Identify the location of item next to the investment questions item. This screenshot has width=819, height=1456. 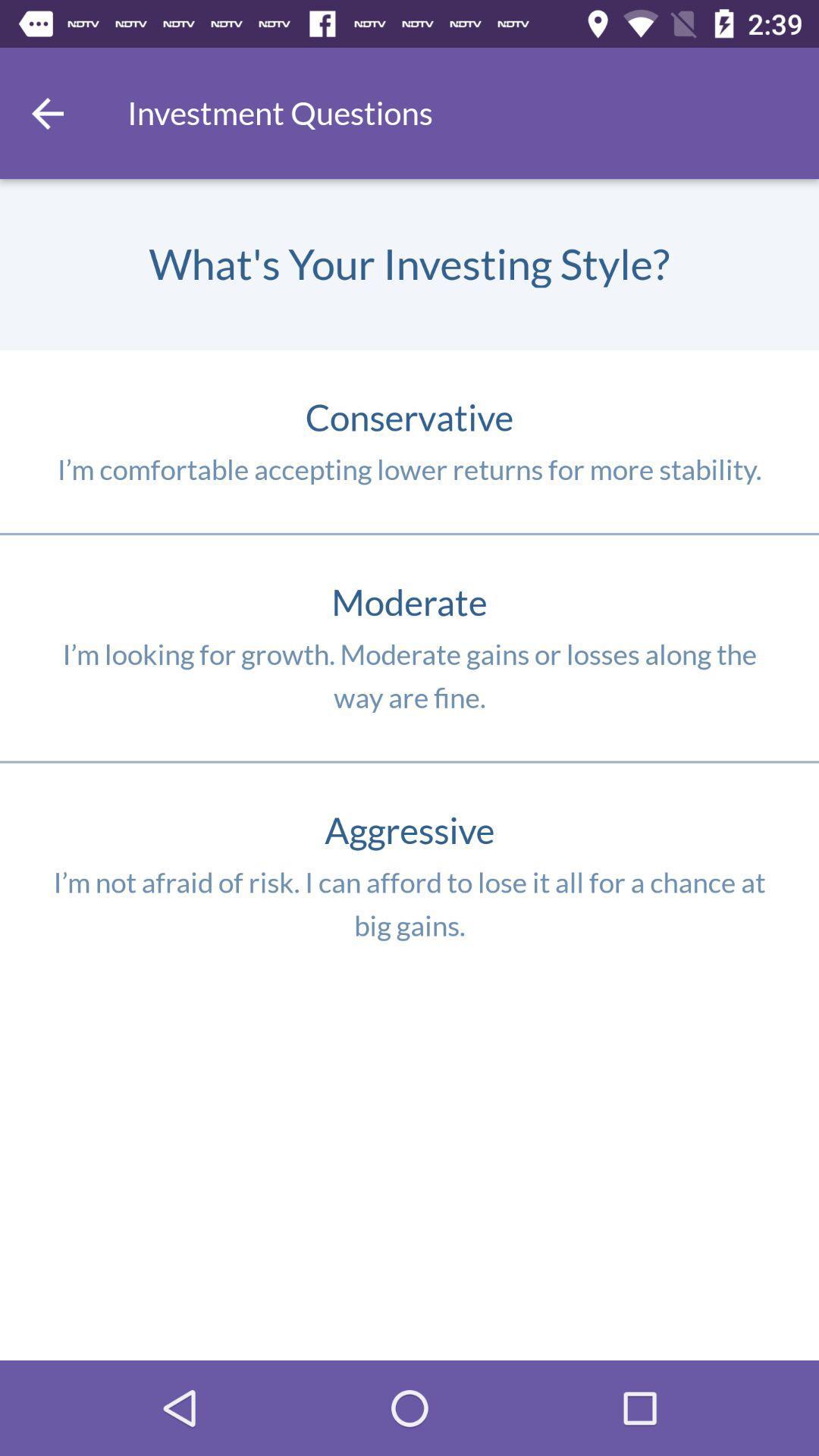
(46, 112).